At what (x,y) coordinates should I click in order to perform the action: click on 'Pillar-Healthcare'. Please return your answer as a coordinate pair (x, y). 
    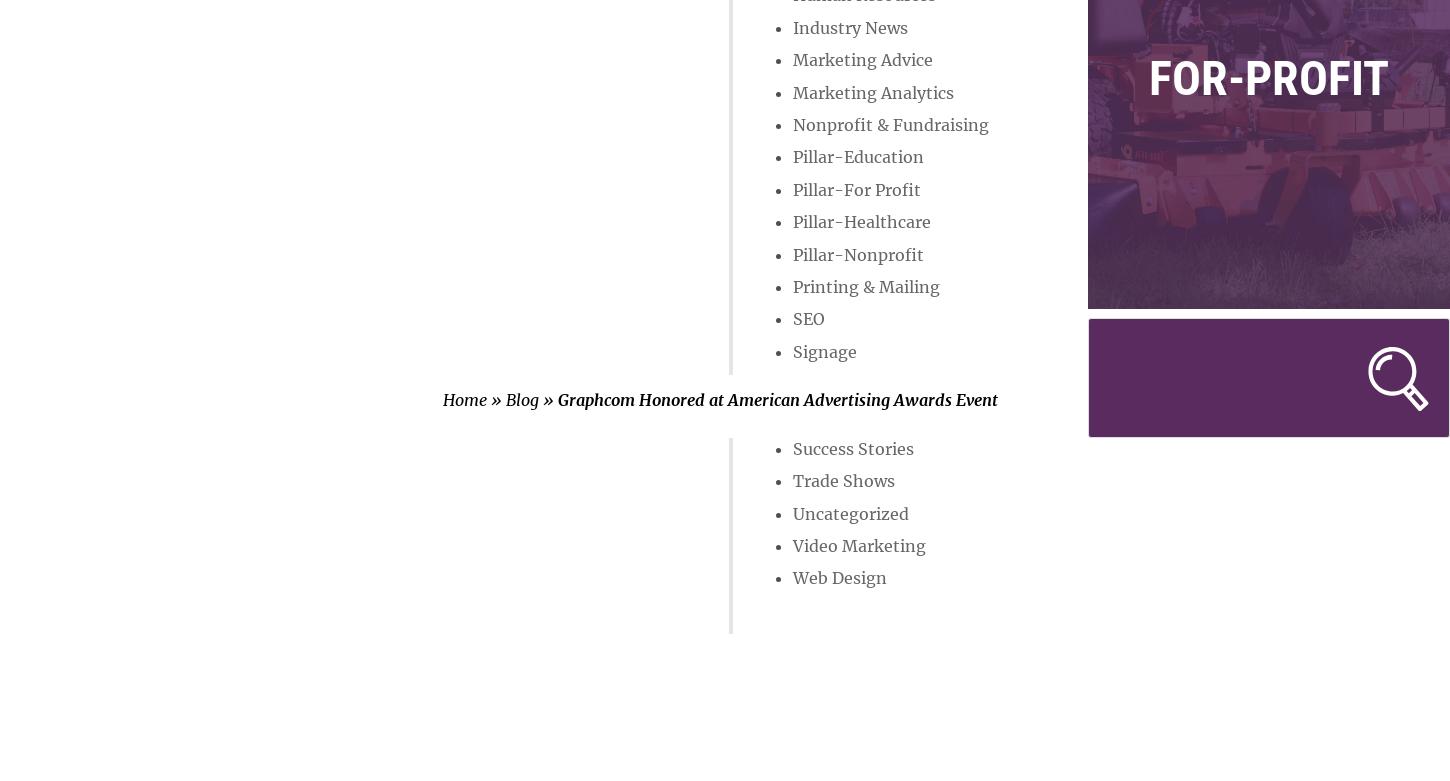
    Looking at the image, I should click on (860, 221).